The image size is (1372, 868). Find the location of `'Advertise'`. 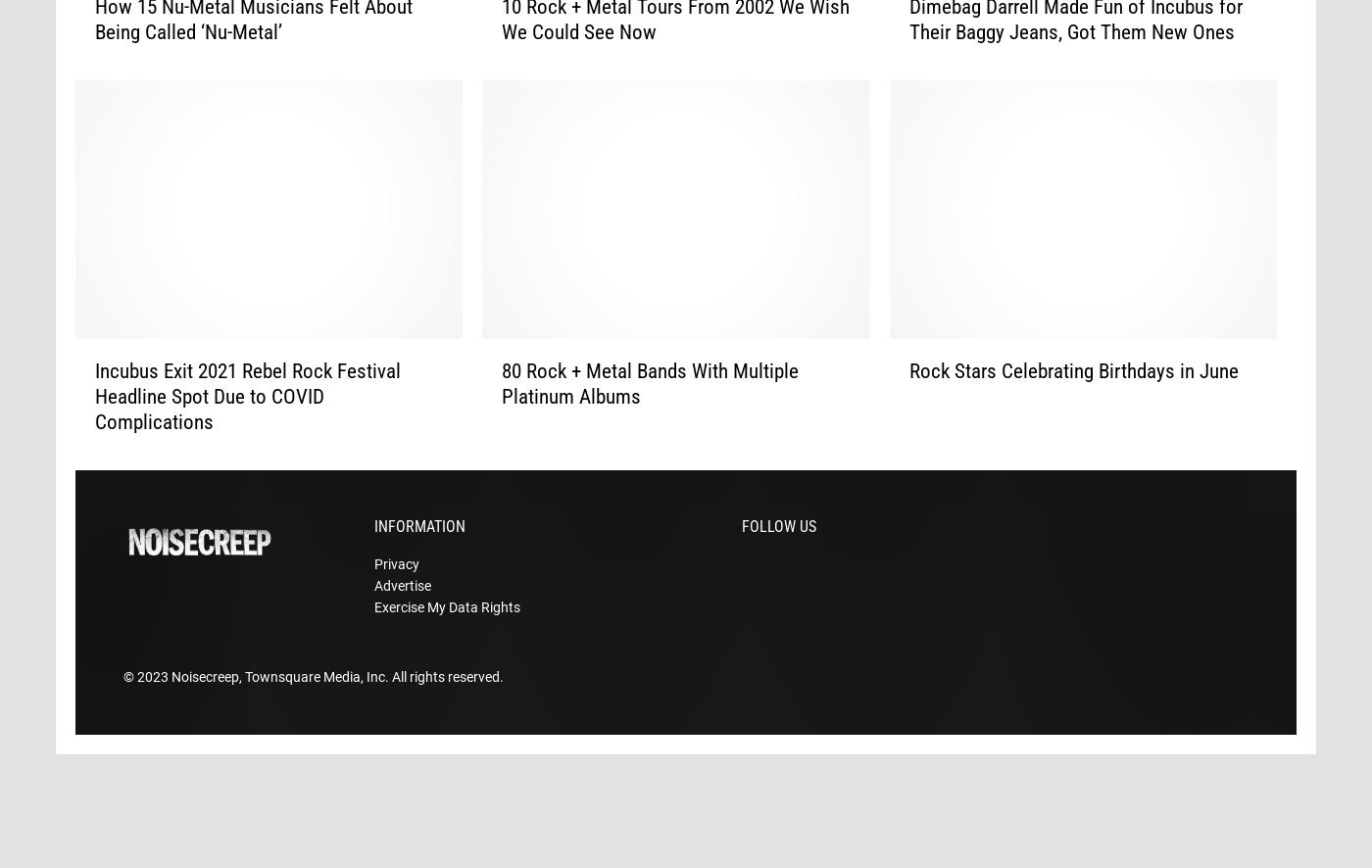

'Advertise' is located at coordinates (403, 615).